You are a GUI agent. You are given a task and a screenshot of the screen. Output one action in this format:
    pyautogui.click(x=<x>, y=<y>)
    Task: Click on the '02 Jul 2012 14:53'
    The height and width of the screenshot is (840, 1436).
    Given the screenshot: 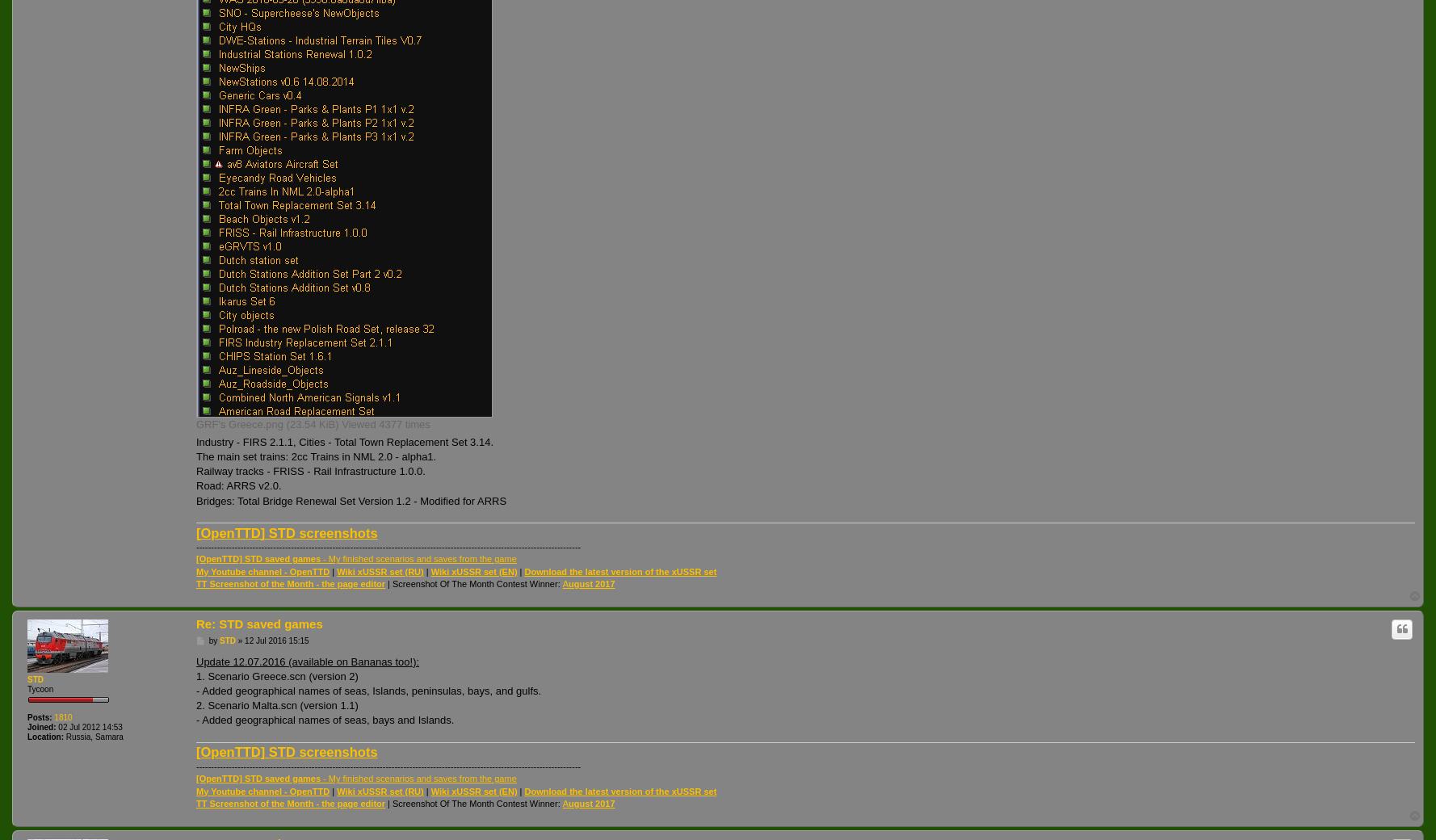 What is the action you would take?
    pyautogui.click(x=88, y=726)
    